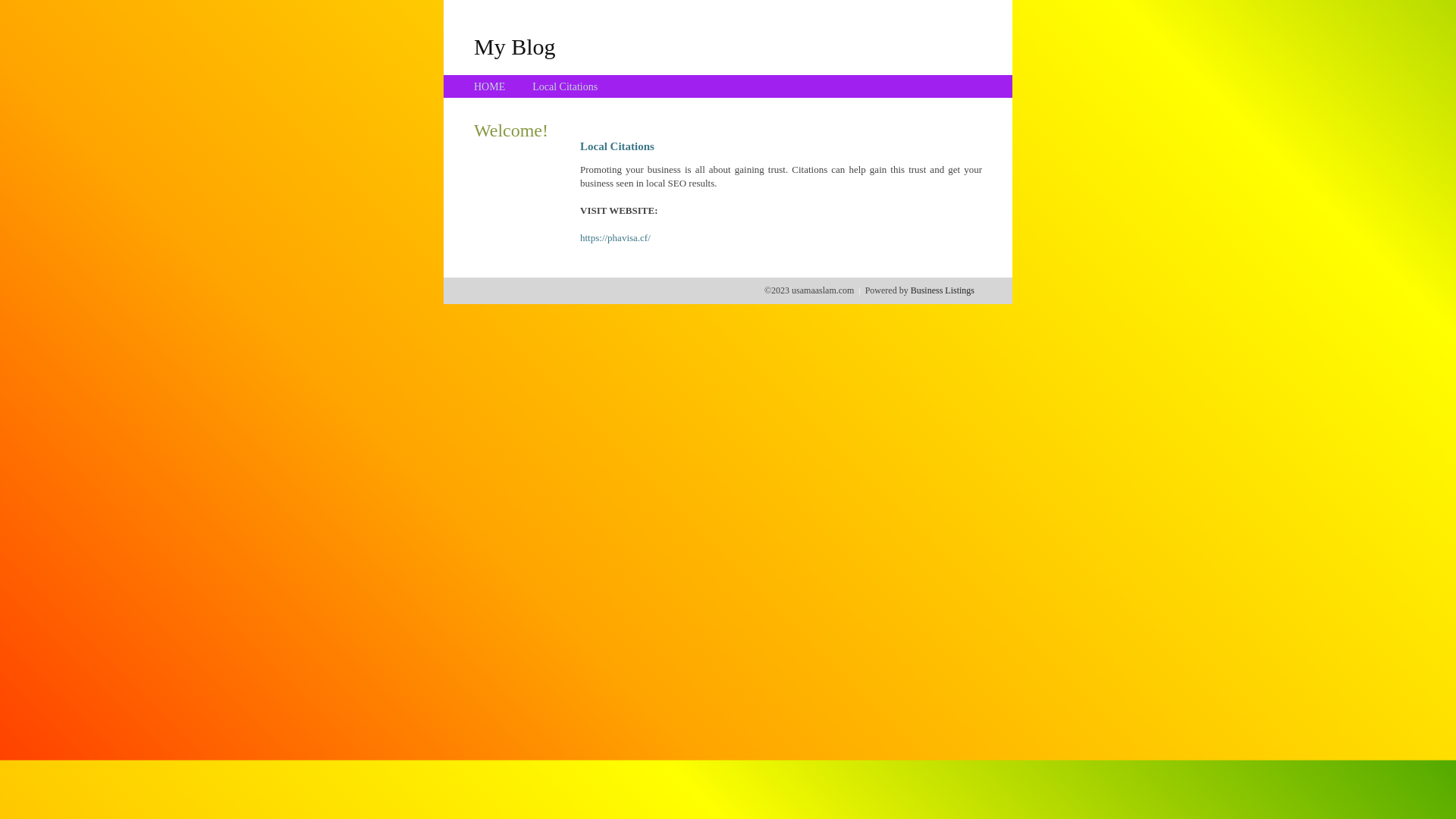 Image resolution: width=1456 pixels, height=819 pixels. I want to click on 'Business Listings', so click(942, 290).